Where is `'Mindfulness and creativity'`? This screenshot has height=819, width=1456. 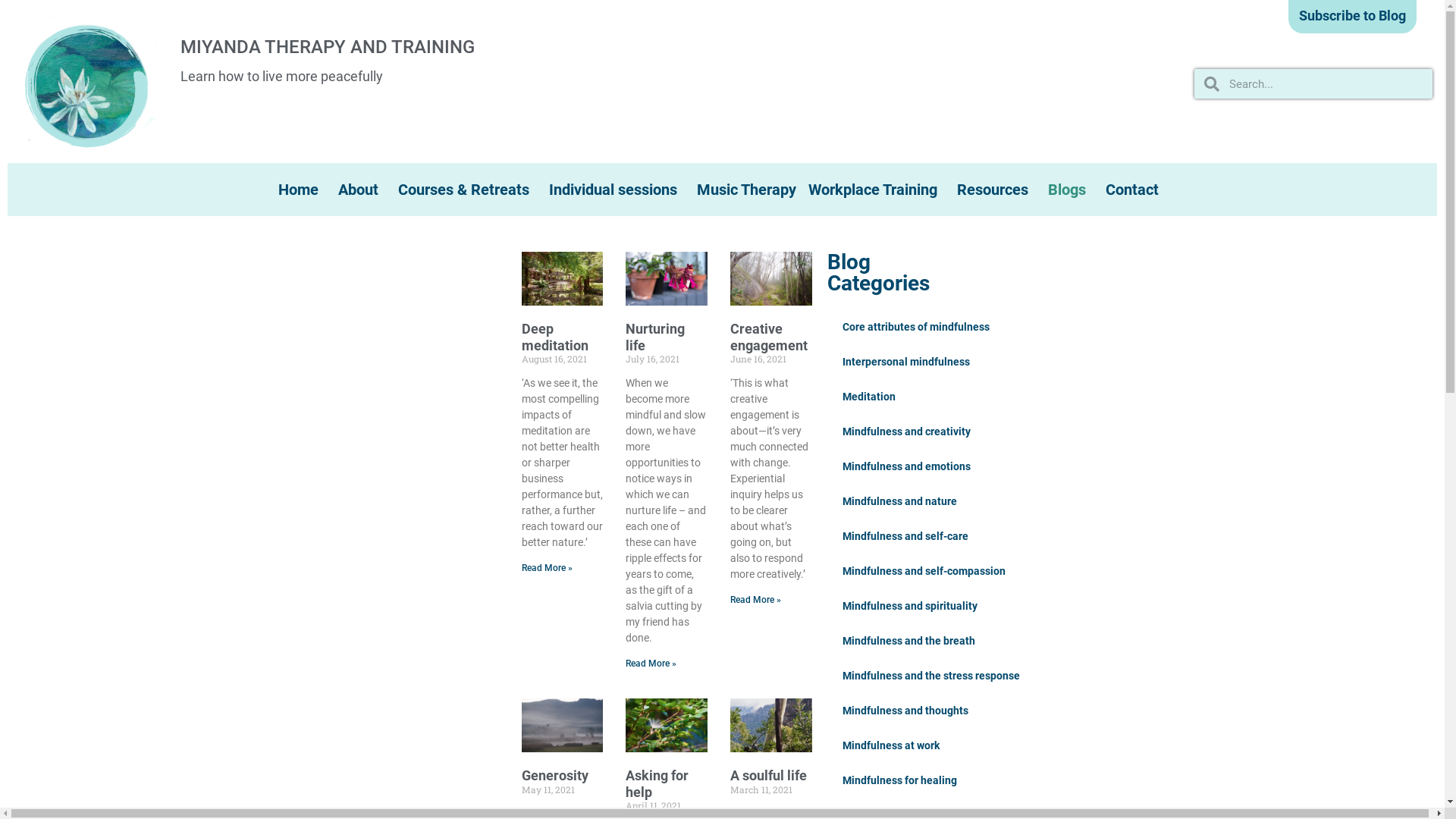
'Mindfulness and creativity' is located at coordinates (826, 431).